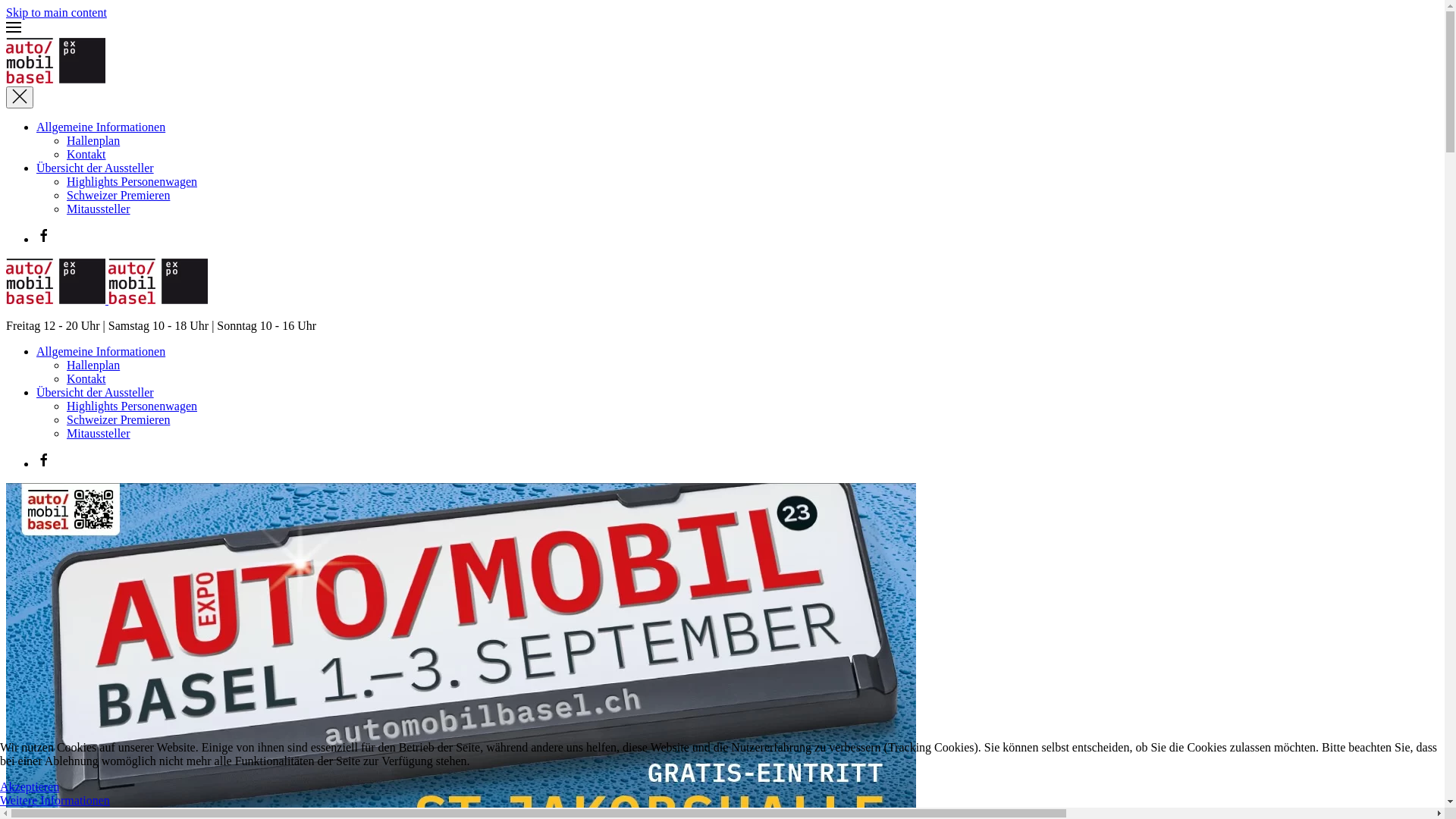 The image size is (1456, 819). What do you see at coordinates (93, 140) in the screenshot?
I see `'Hallenplan'` at bounding box center [93, 140].